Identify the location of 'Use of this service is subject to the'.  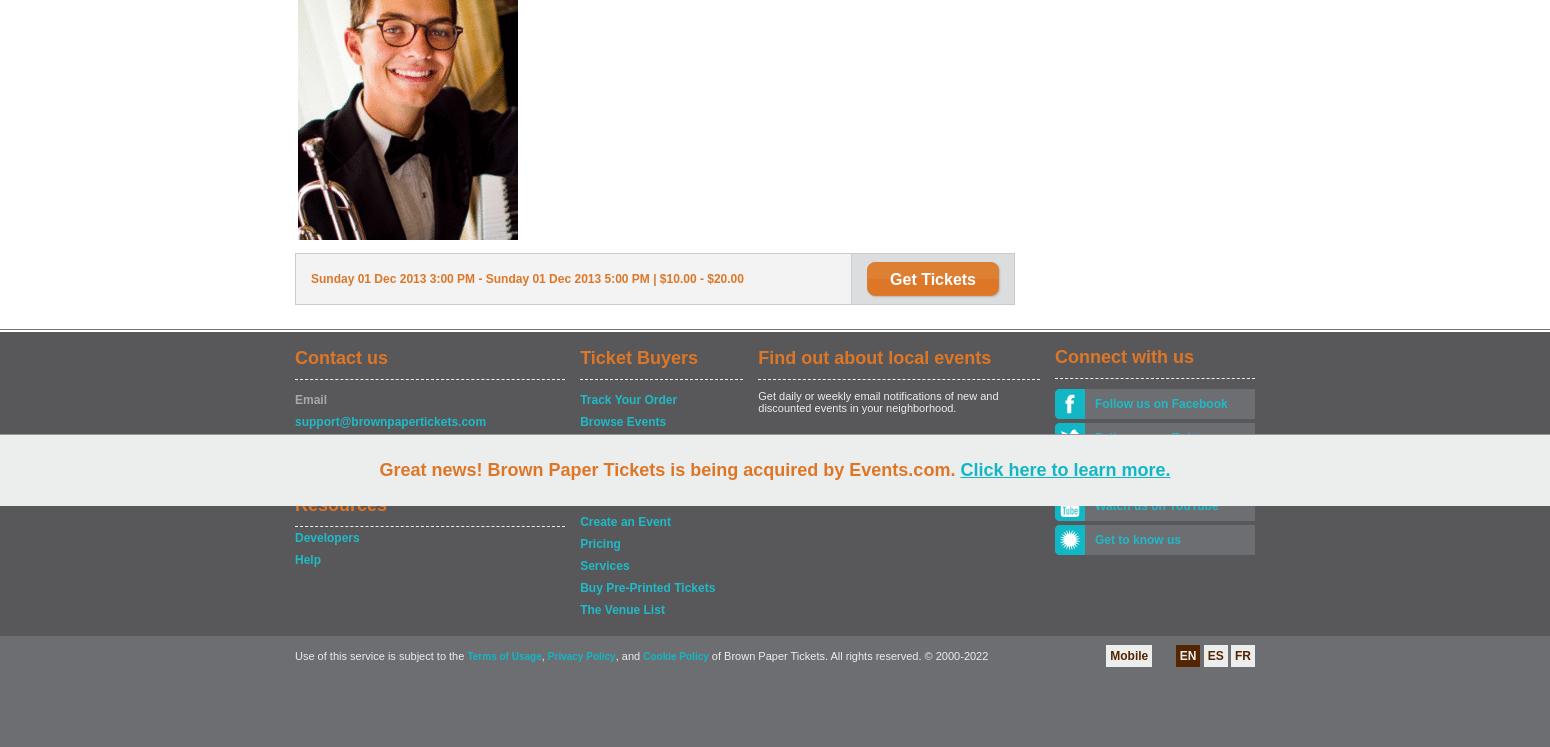
(379, 655).